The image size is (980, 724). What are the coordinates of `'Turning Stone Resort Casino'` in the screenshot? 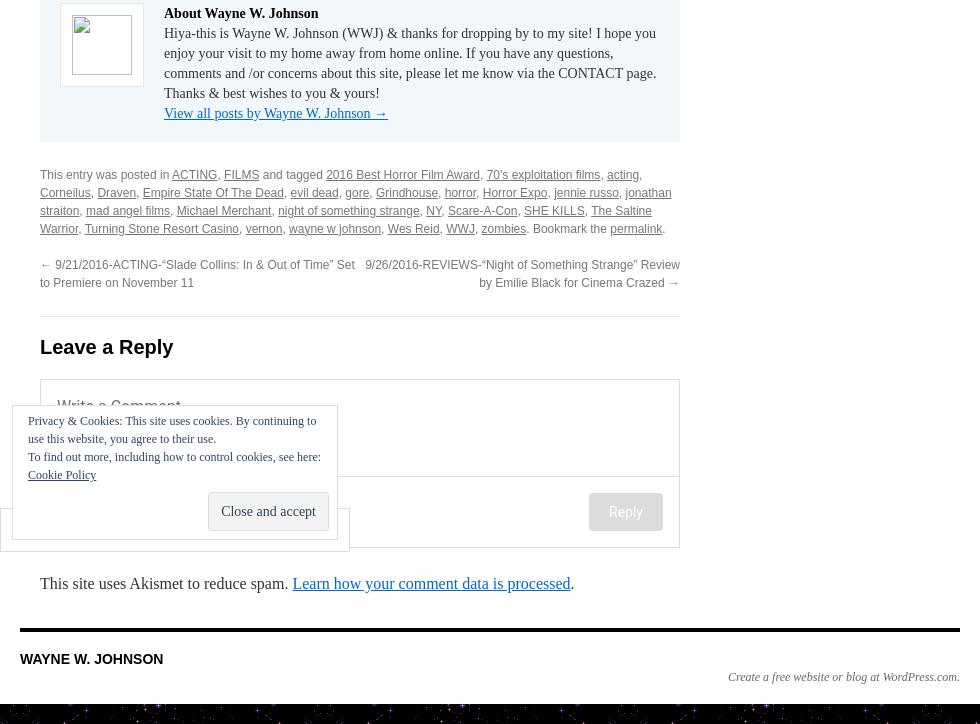 It's located at (161, 227).